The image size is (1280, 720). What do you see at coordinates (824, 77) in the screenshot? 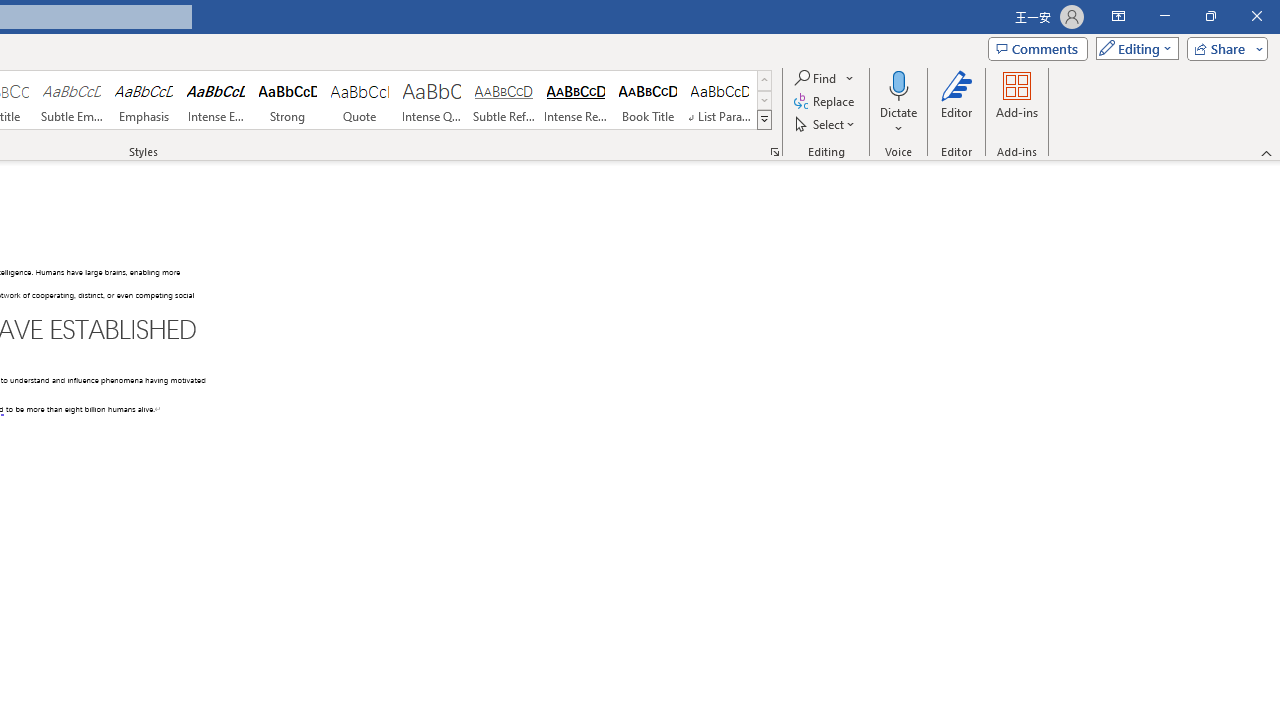
I see `'Find'` at bounding box center [824, 77].